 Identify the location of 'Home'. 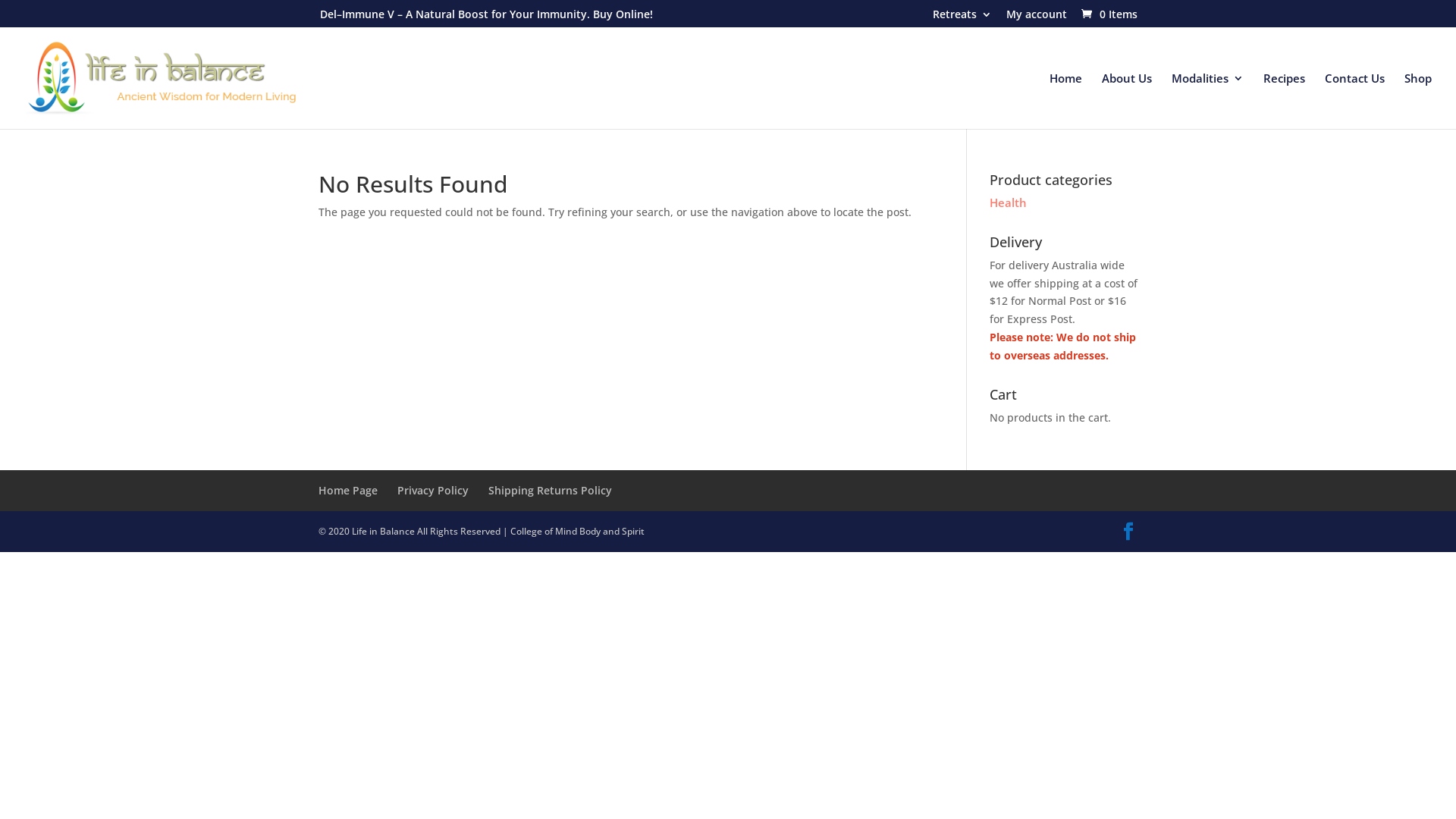
(1065, 100).